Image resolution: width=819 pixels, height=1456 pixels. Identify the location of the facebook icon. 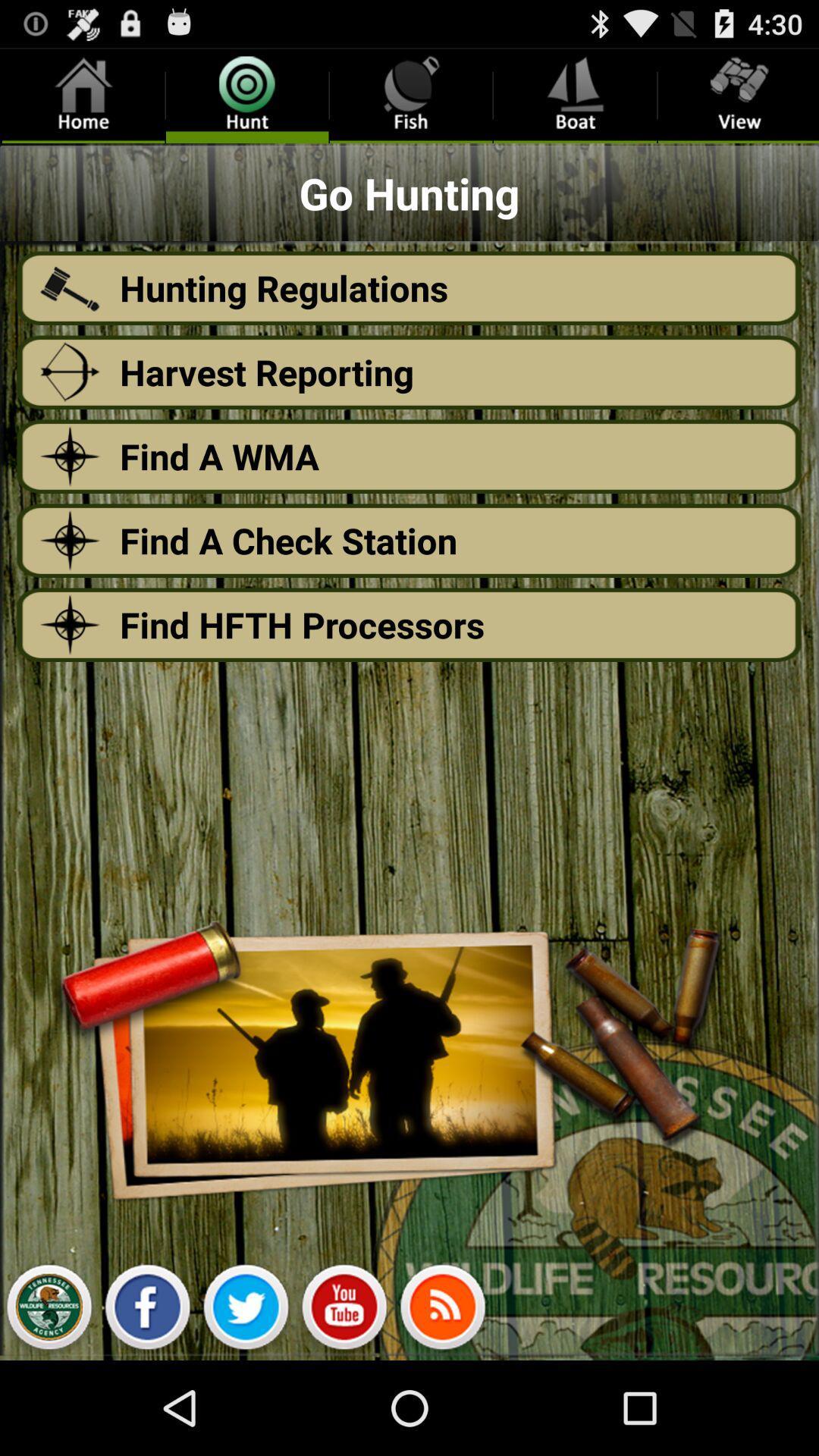
(147, 1402).